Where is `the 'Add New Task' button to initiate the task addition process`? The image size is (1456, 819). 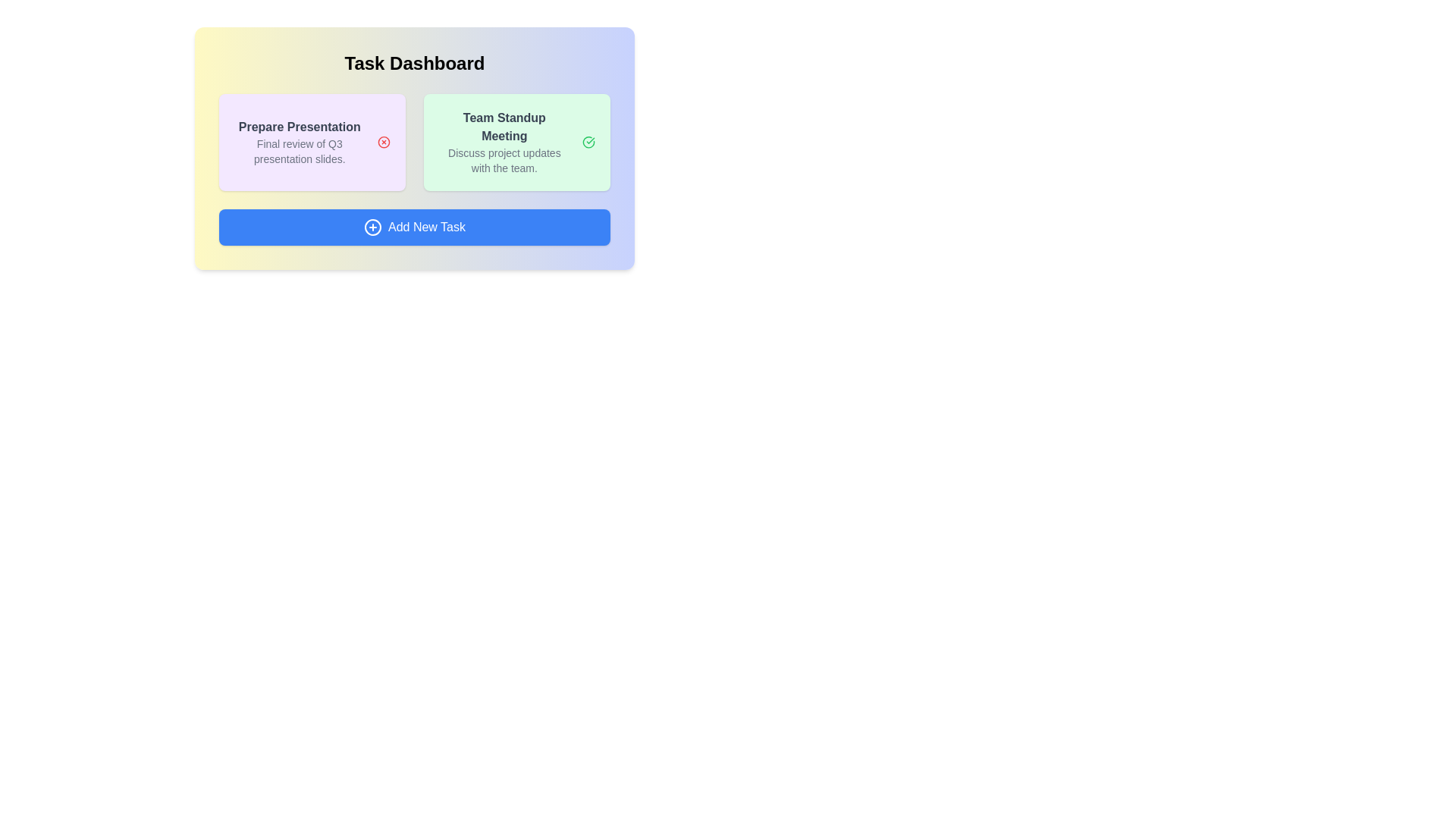
the 'Add New Task' button to initiate the task addition process is located at coordinates (415, 227).